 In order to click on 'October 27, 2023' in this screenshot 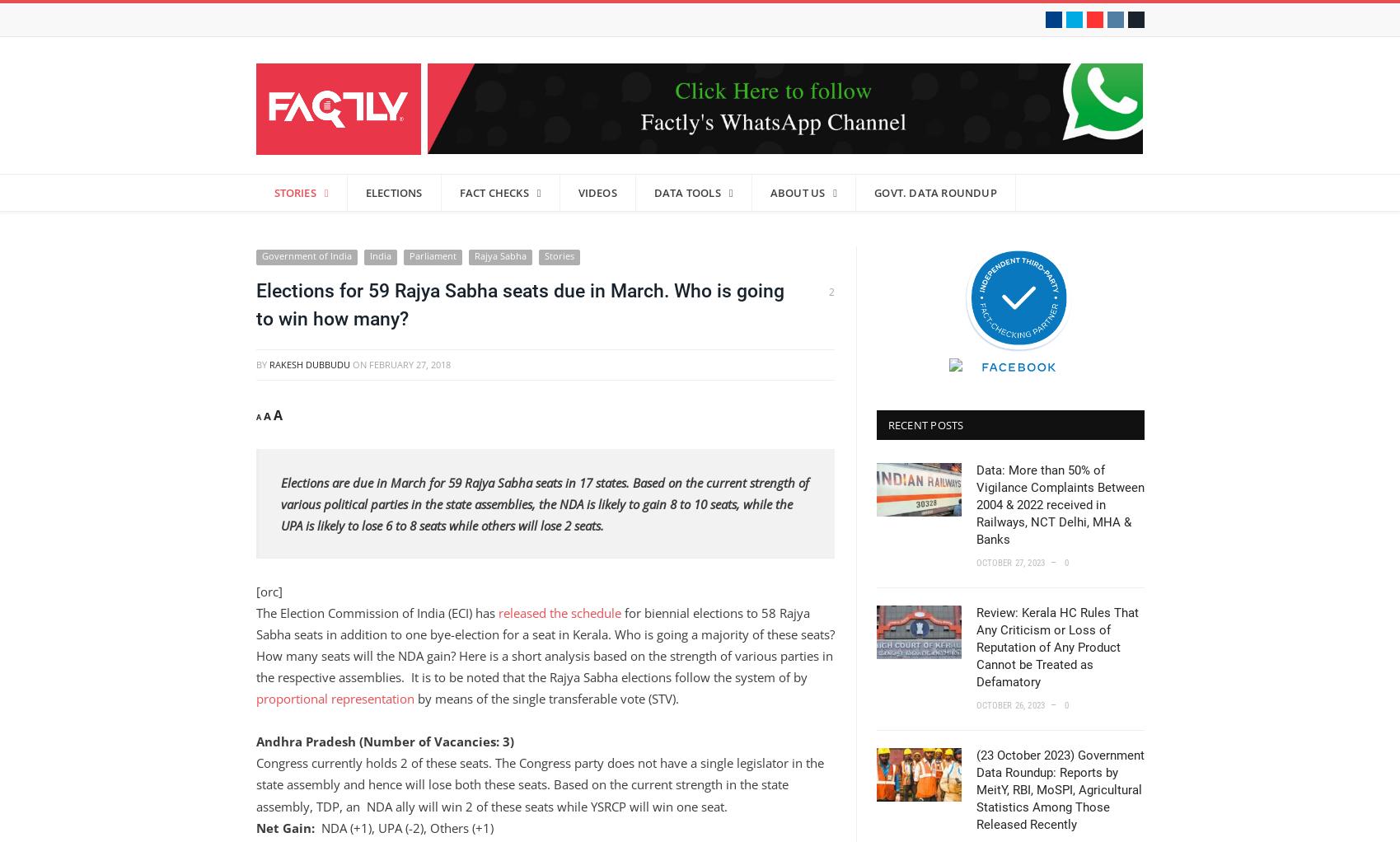, I will do `click(1009, 562)`.